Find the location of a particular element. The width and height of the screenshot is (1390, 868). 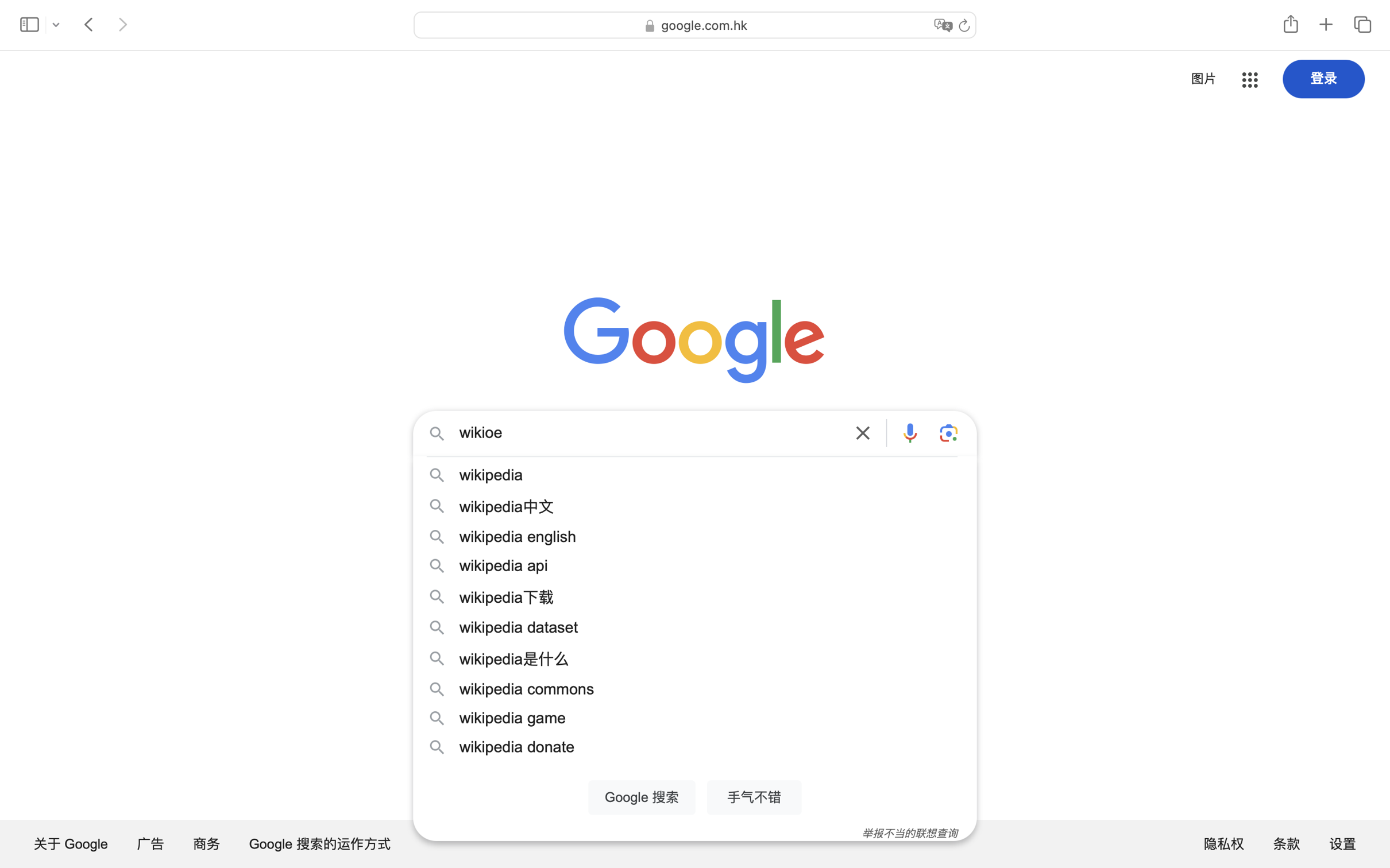

'Google 搜索的运作方式' is located at coordinates (320, 843).